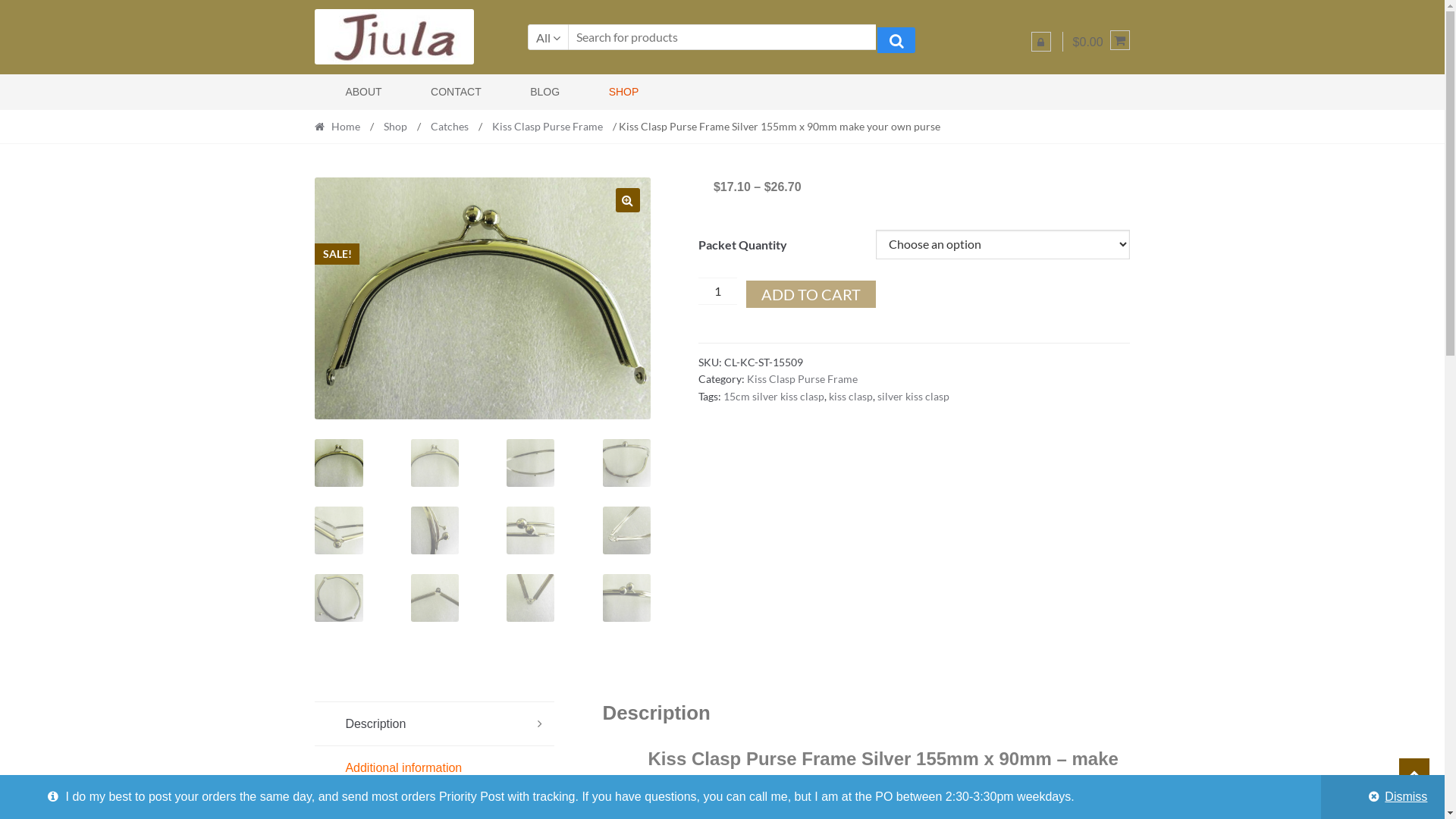  Describe the element at coordinates (746, 378) in the screenshot. I see `'Kiss Clasp Purse Frame'` at that location.